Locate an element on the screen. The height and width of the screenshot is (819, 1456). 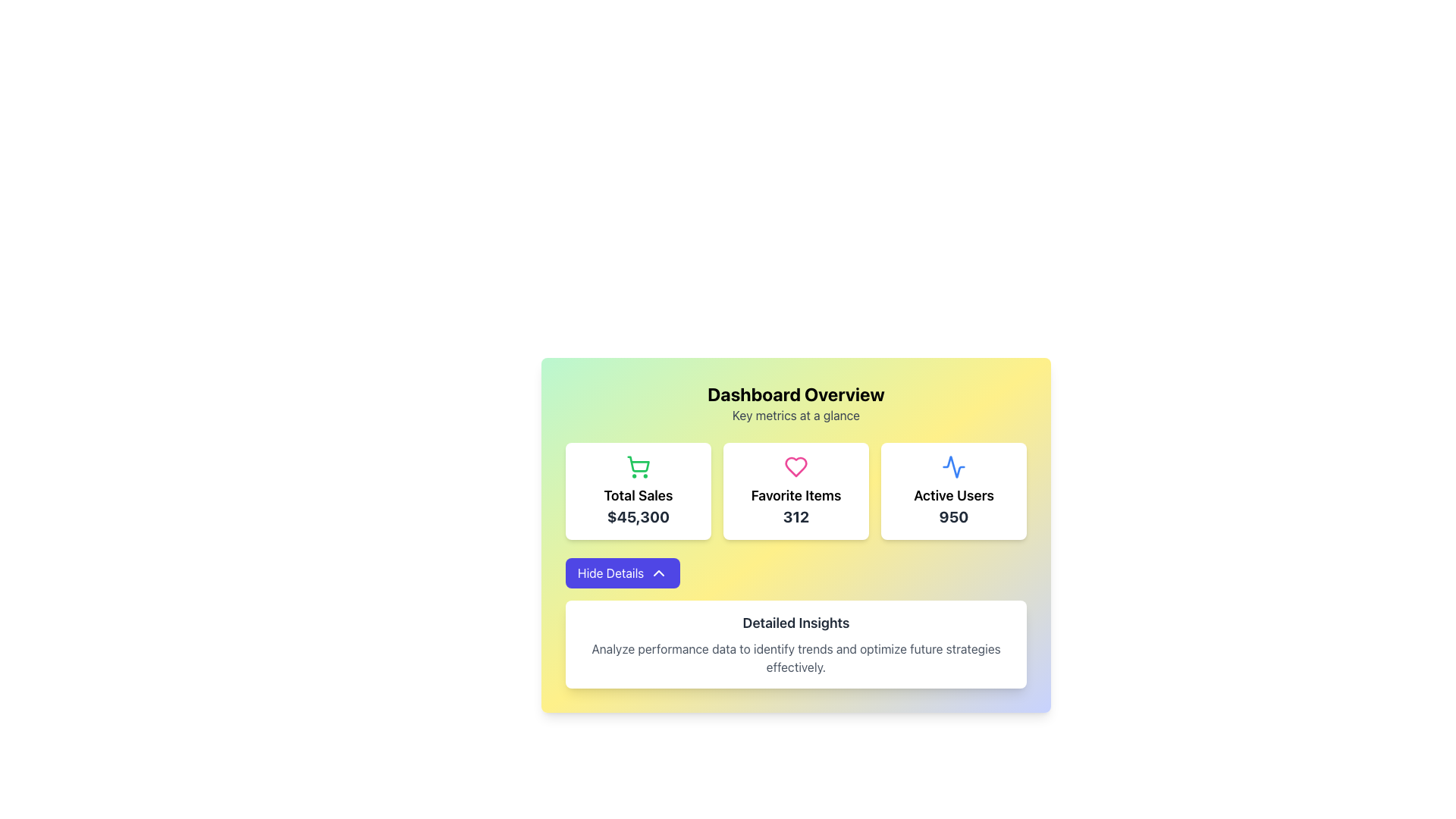
the favorite items card, which is the middle card in a grid layout, displaying a count of favorite items with an associated icon is located at coordinates (795, 491).